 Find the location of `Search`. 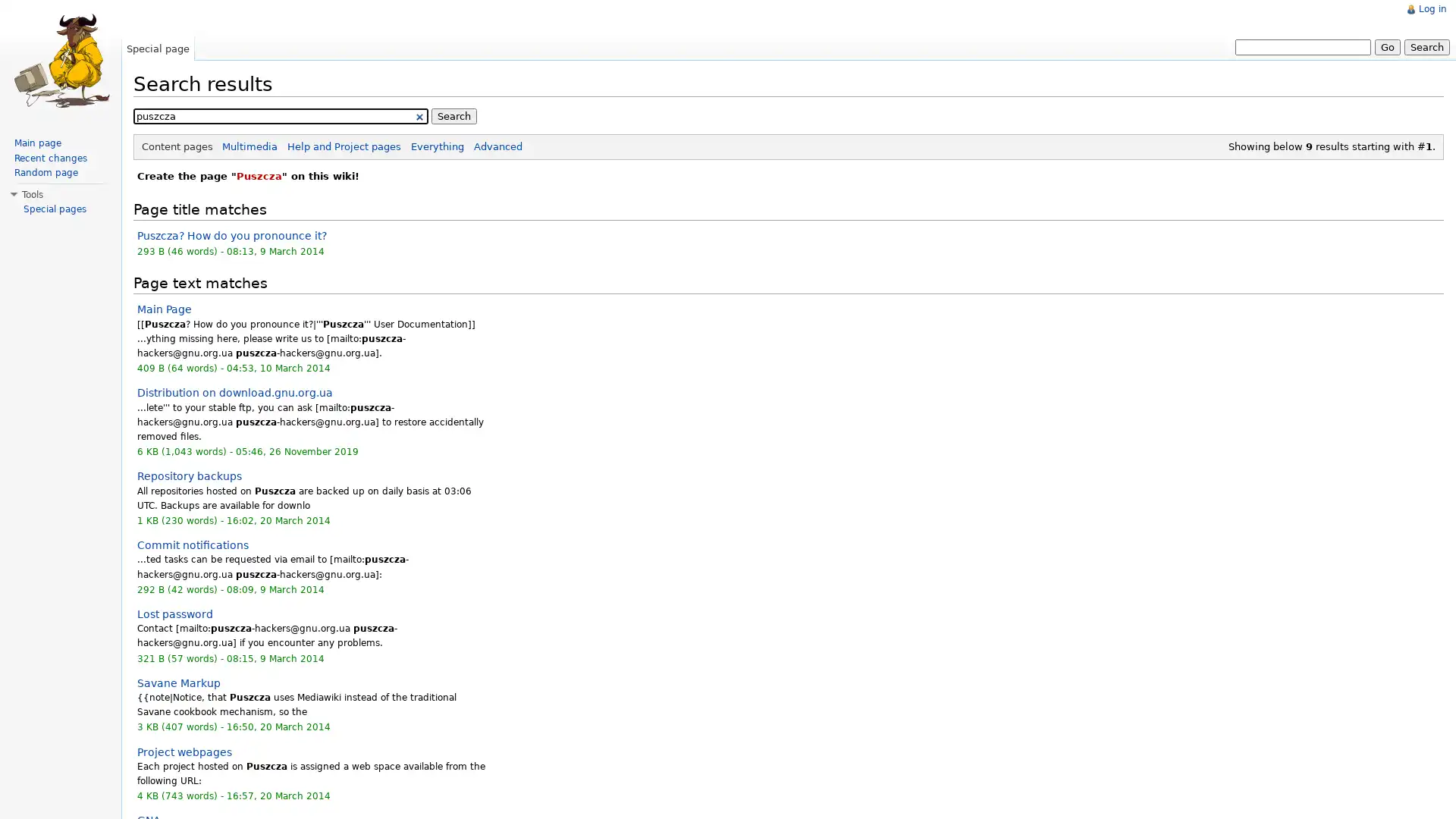

Search is located at coordinates (1426, 45).